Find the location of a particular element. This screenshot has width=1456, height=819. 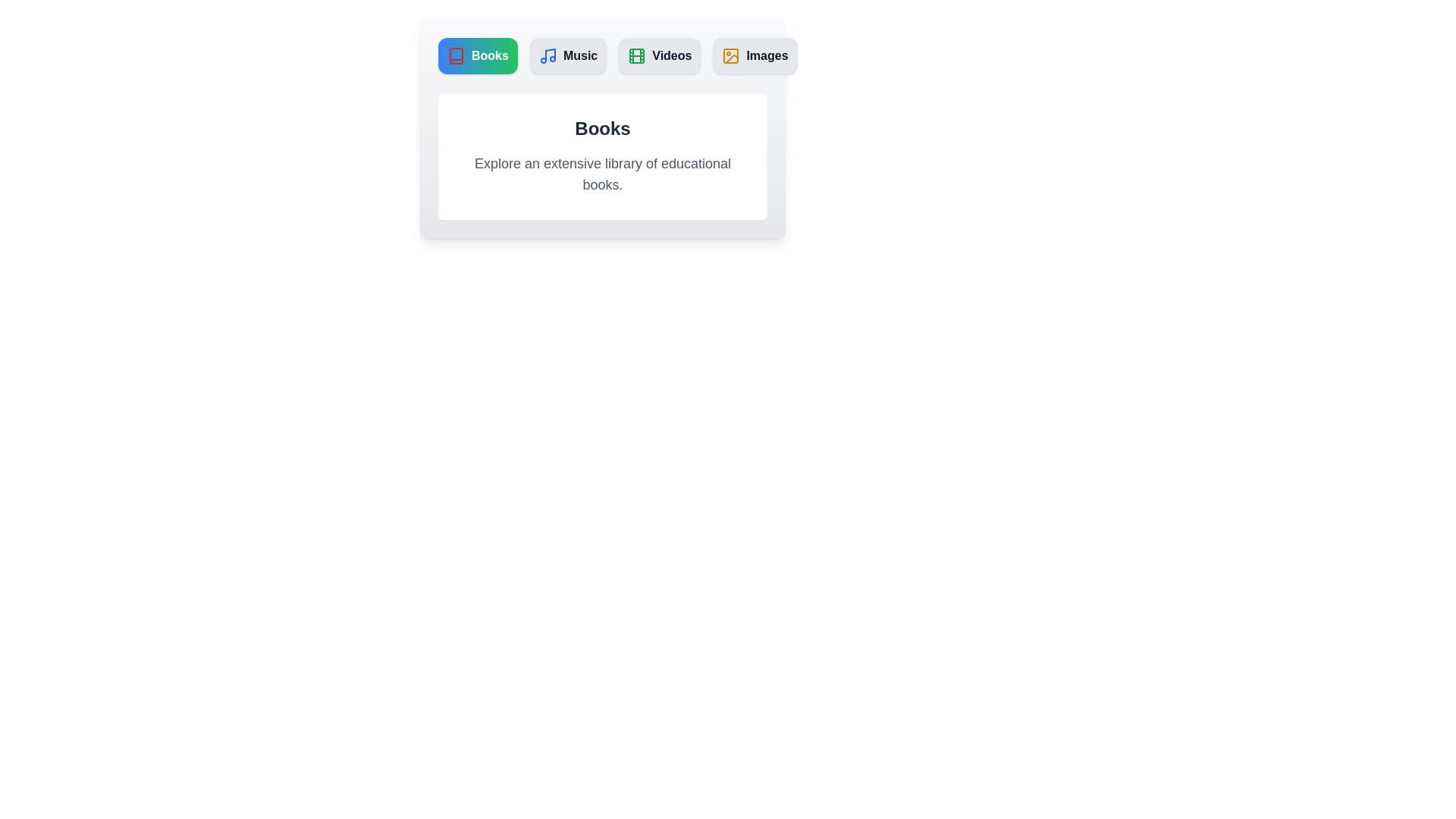

the Music tab to switch to its content is located at coordinates (566, 55).